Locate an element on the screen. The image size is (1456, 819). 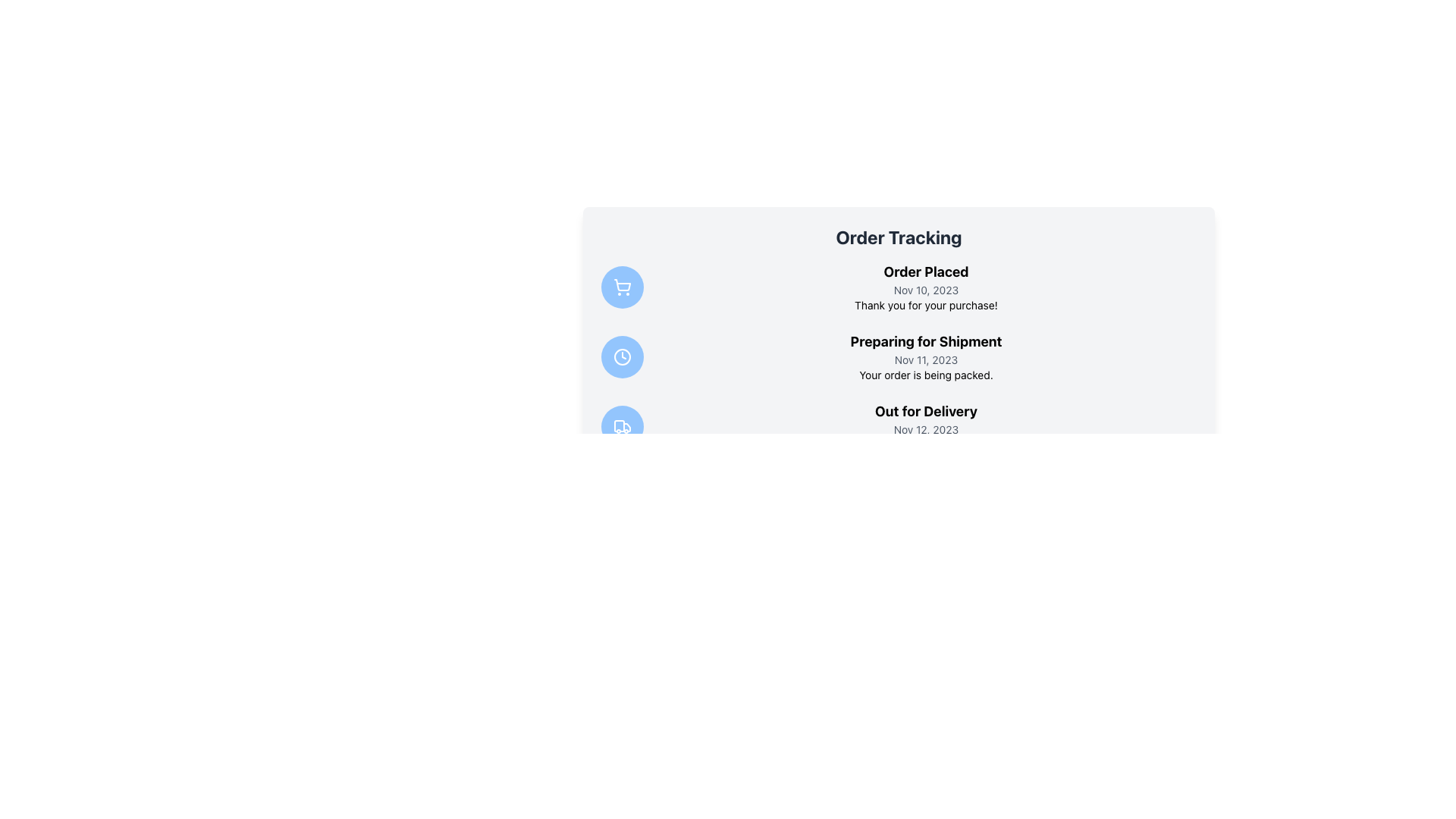
delivery information from the text block titled 'Out for Delivery', which includes the date 'Nov 12, 2023' and the message 'The courier has picked up your order.' is located at coordinates (925, 427).